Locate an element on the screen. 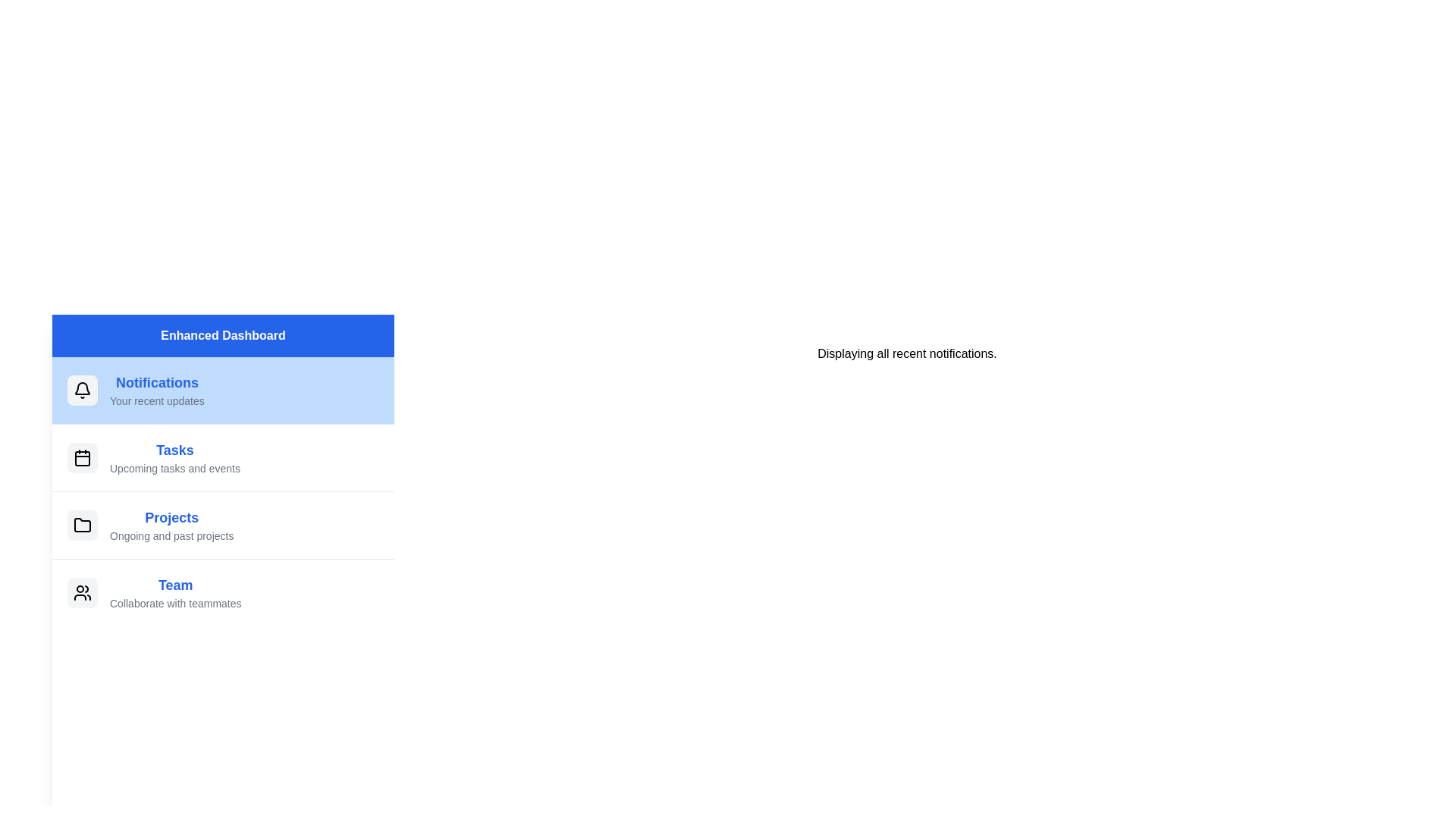 This screenshot has height=819, width=1456. the icon next to the menu item labeled 'Notifications' is located at coordinates (82, 390).